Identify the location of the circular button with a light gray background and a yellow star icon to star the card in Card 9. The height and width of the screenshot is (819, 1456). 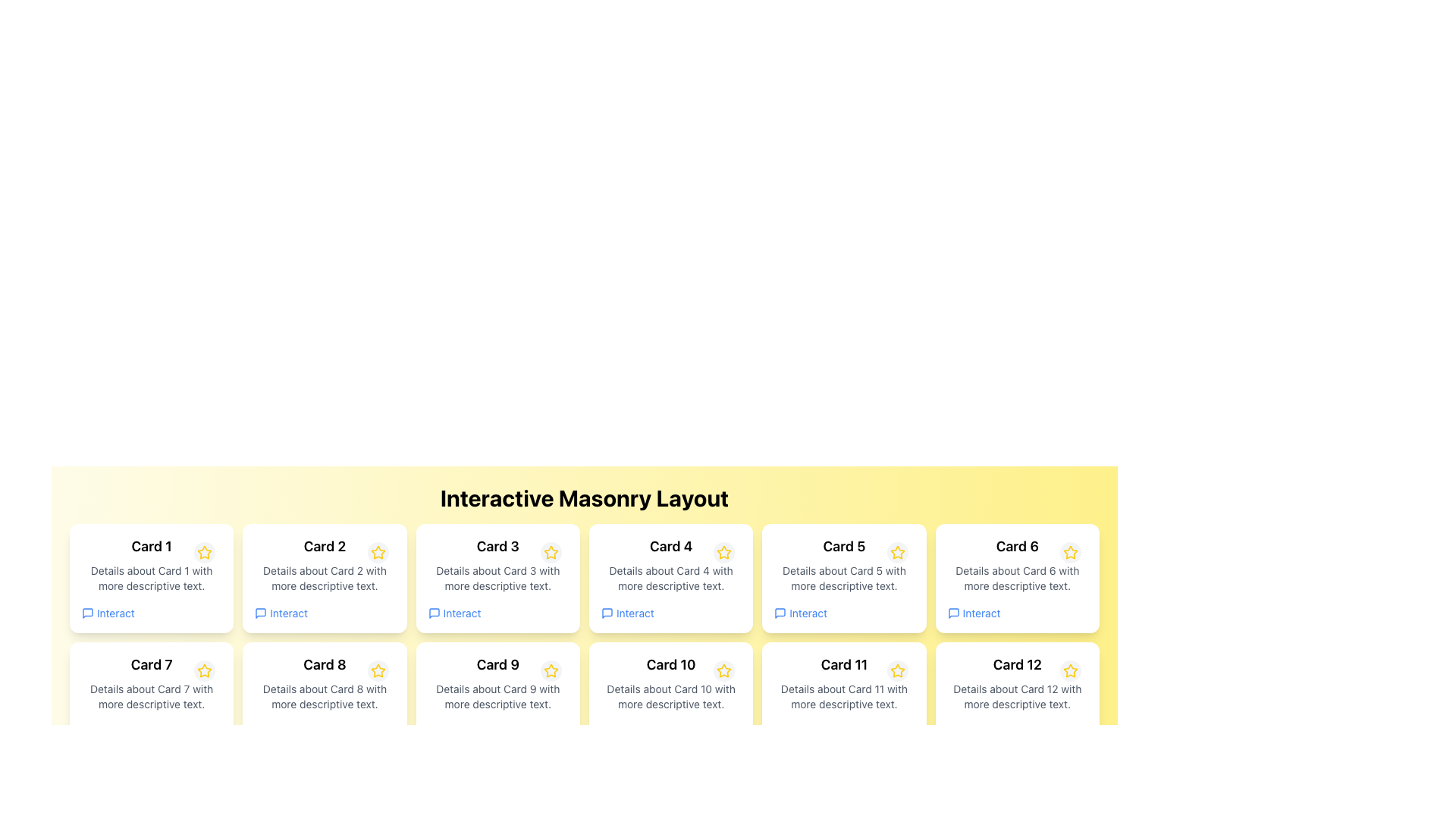
(550, 670).